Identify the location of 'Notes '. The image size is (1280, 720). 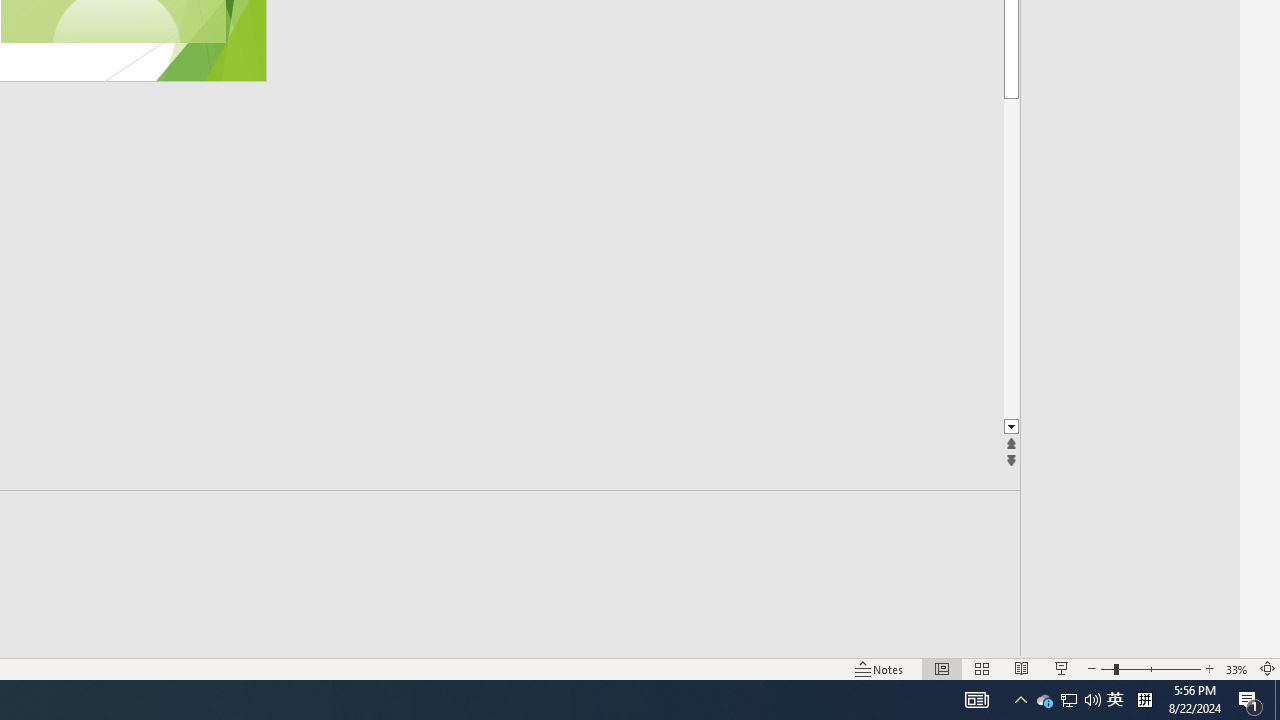
(879, 669).